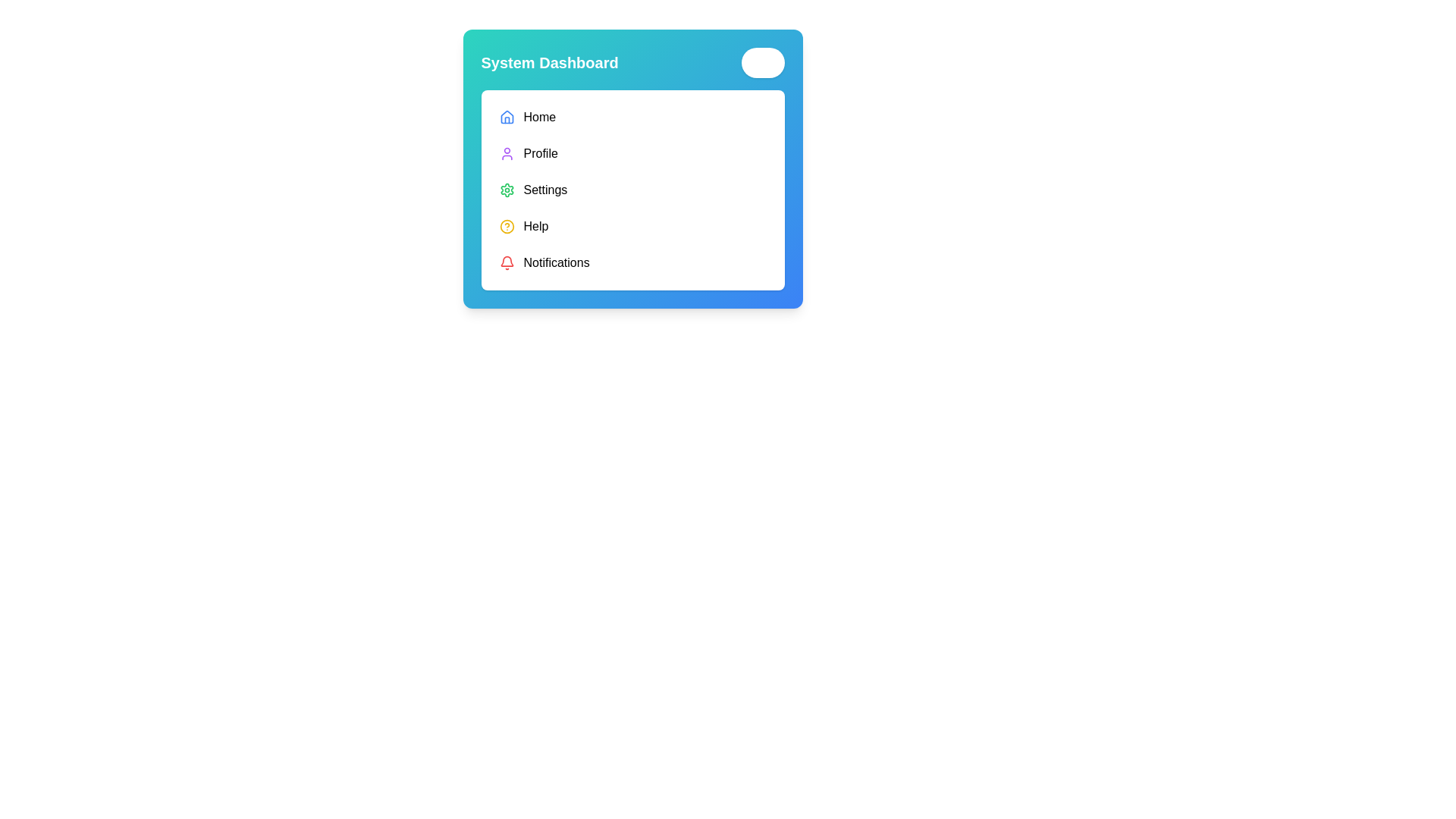  I want to click on the green cogwheel icon, so click(507, 189).